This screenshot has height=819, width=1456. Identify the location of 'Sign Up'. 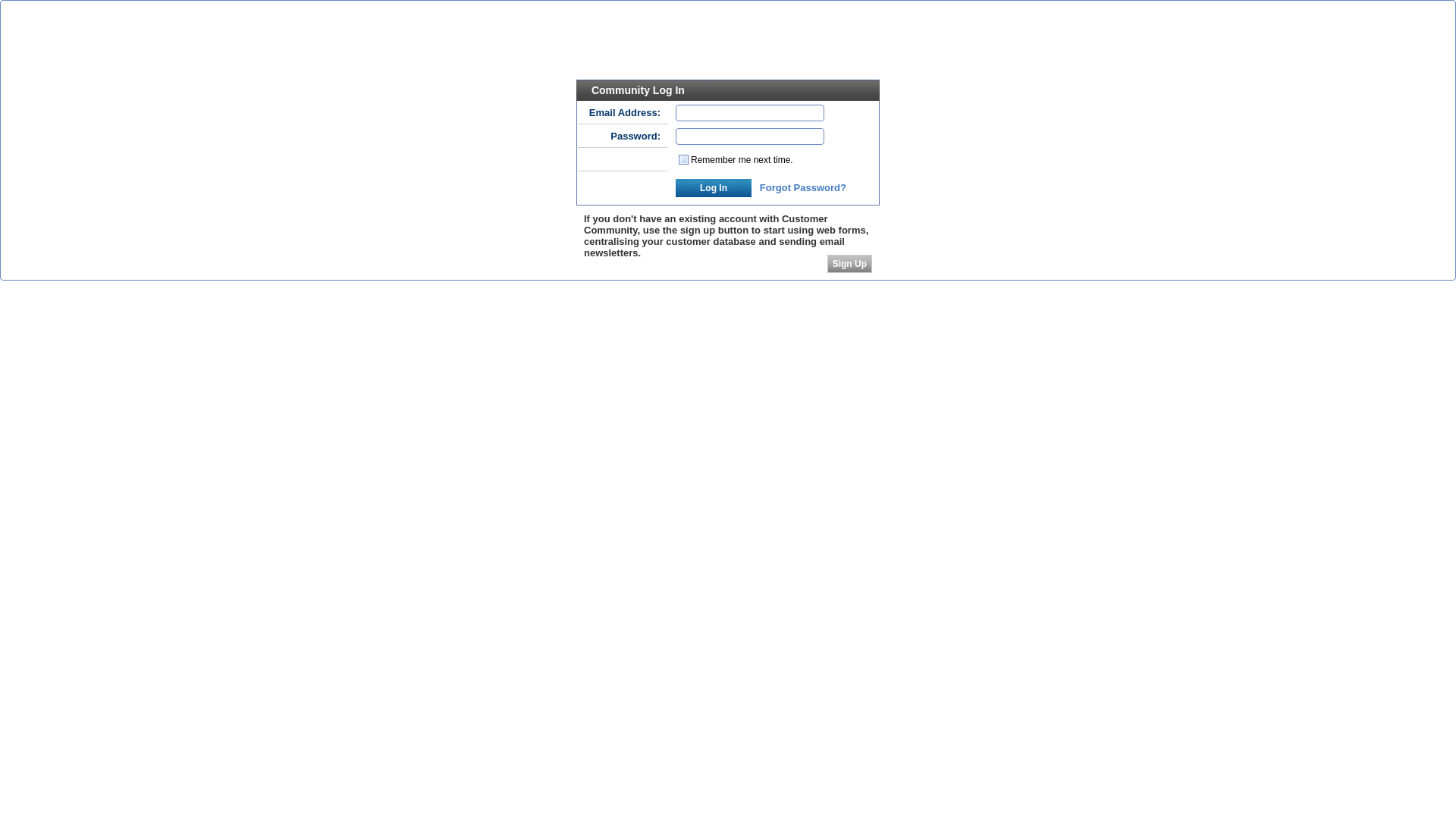
(849, 262).